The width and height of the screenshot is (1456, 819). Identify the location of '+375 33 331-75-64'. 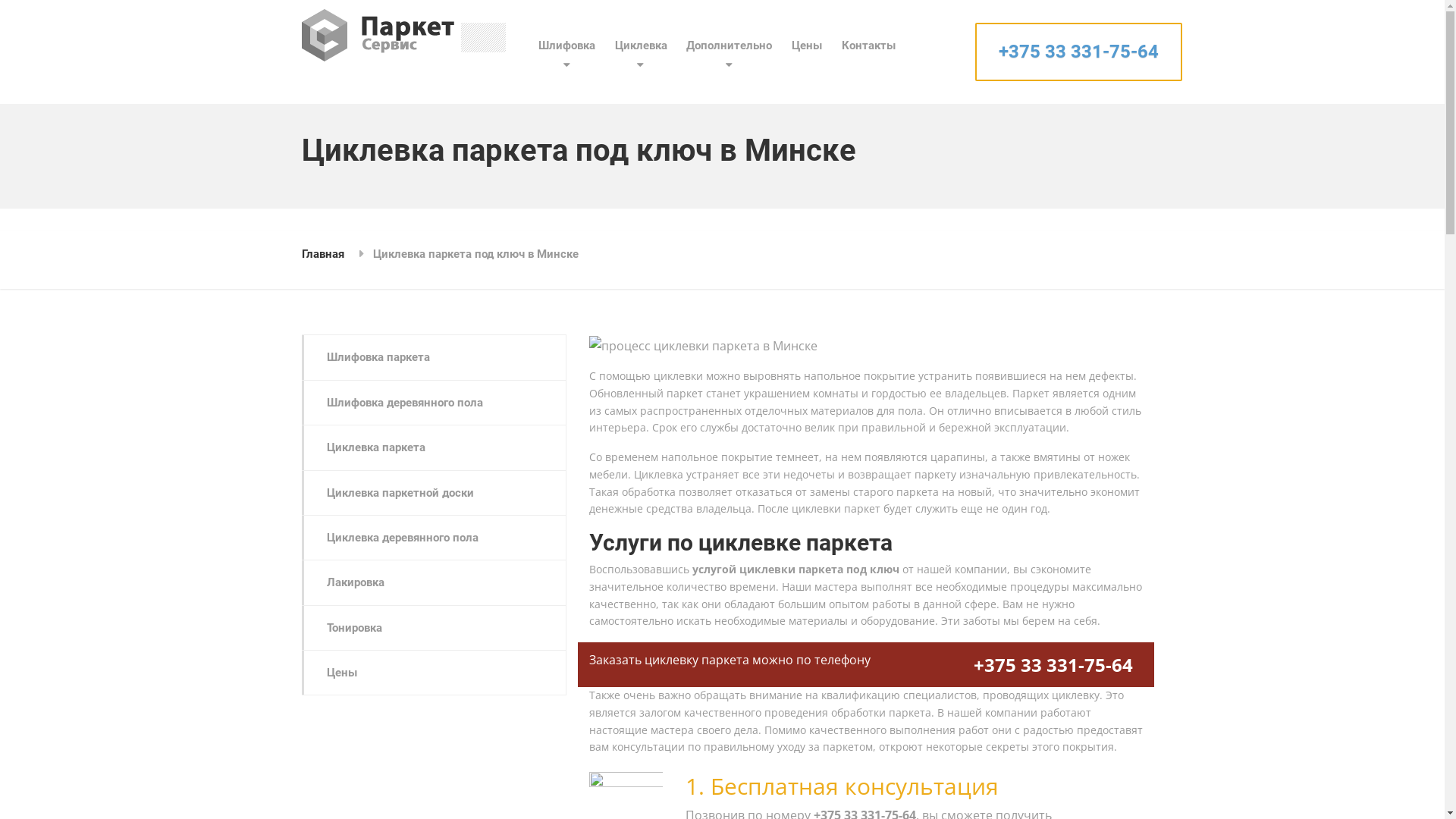
(1077, 51).